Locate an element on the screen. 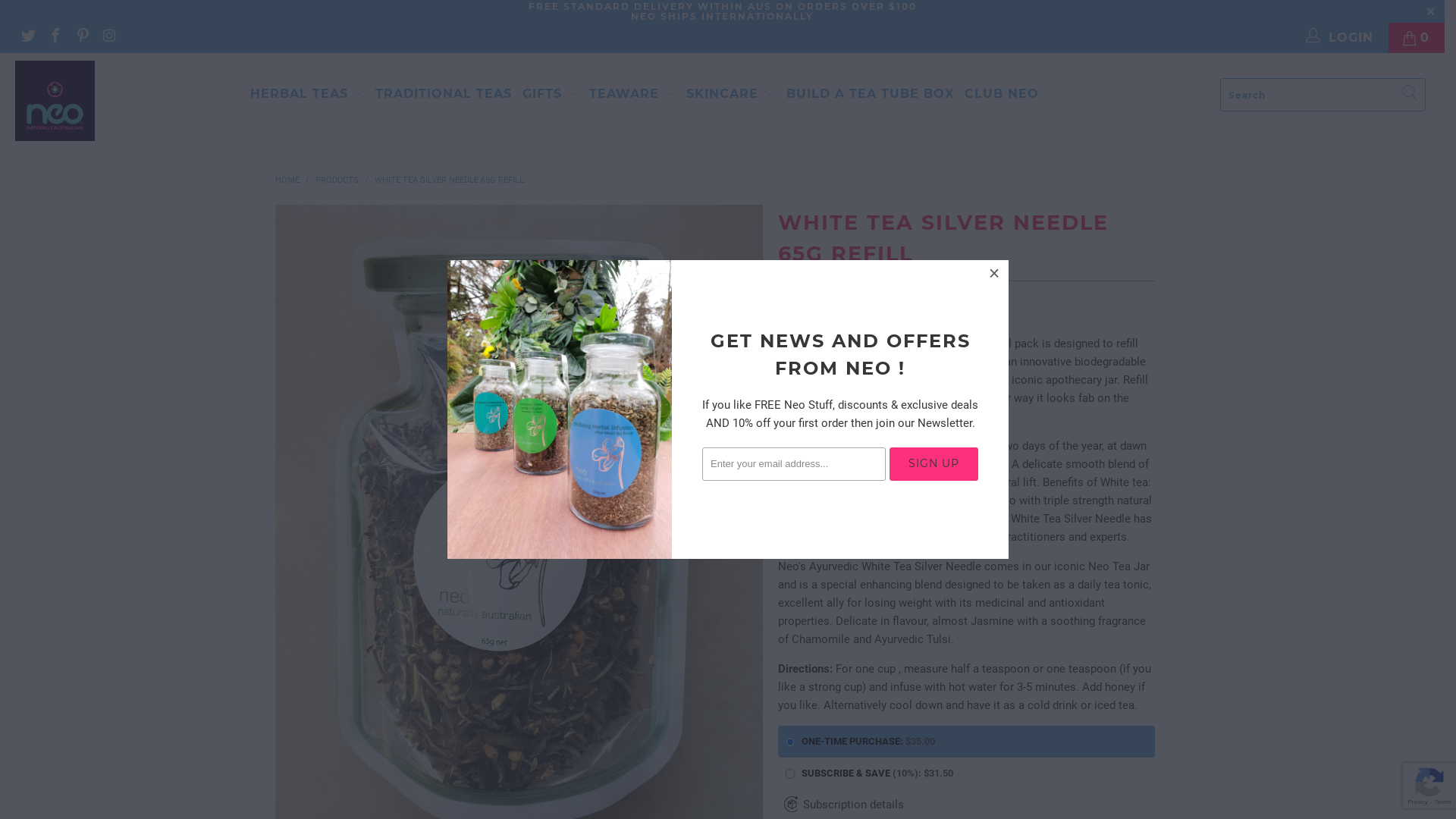 This screenshot has height=819, width=1456. 'TEAWARE' is located at coordinates (632, 93).